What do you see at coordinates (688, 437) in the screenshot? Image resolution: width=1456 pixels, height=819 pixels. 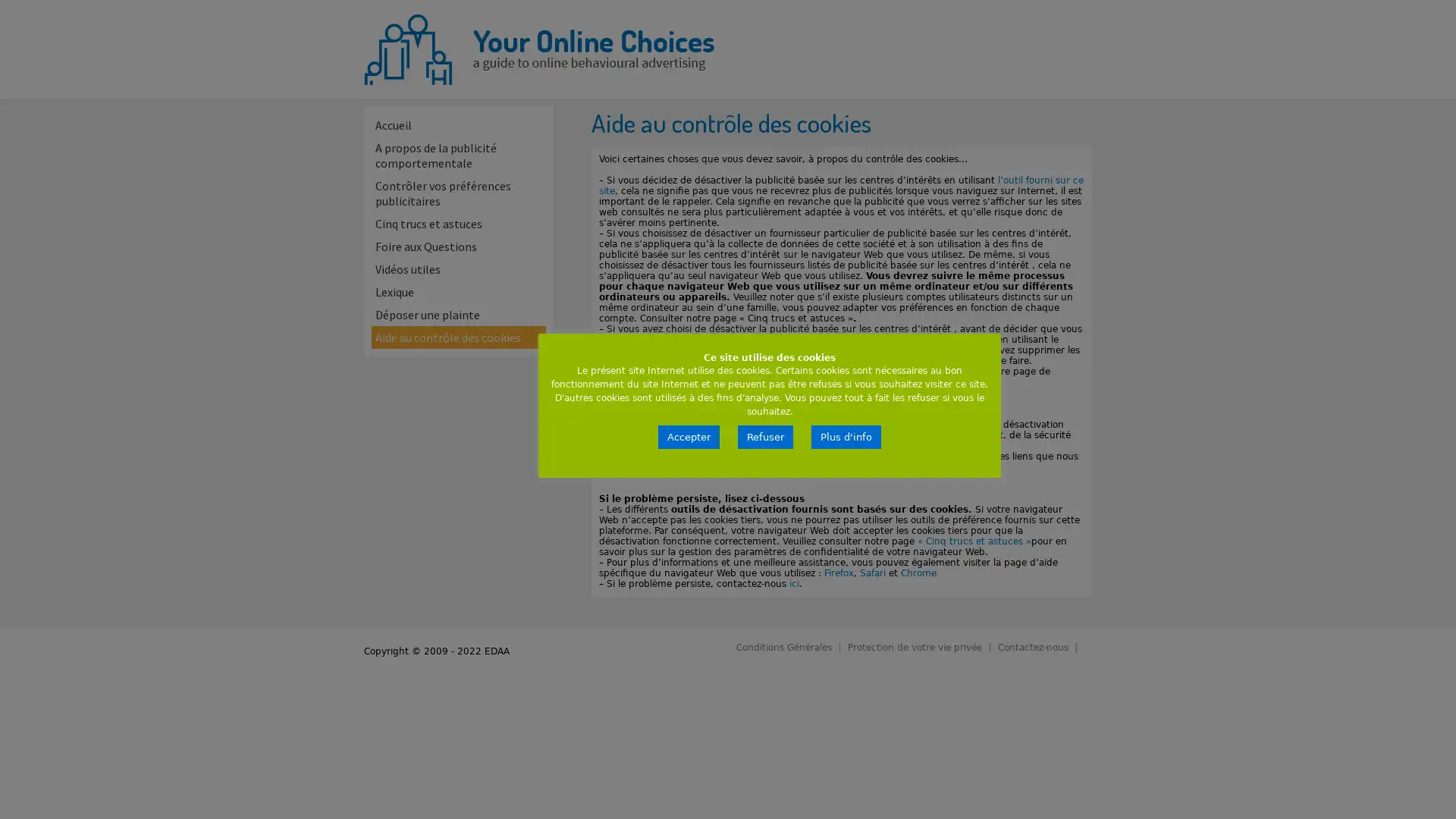 I see `Accepter` at bounding box center [688, 437].